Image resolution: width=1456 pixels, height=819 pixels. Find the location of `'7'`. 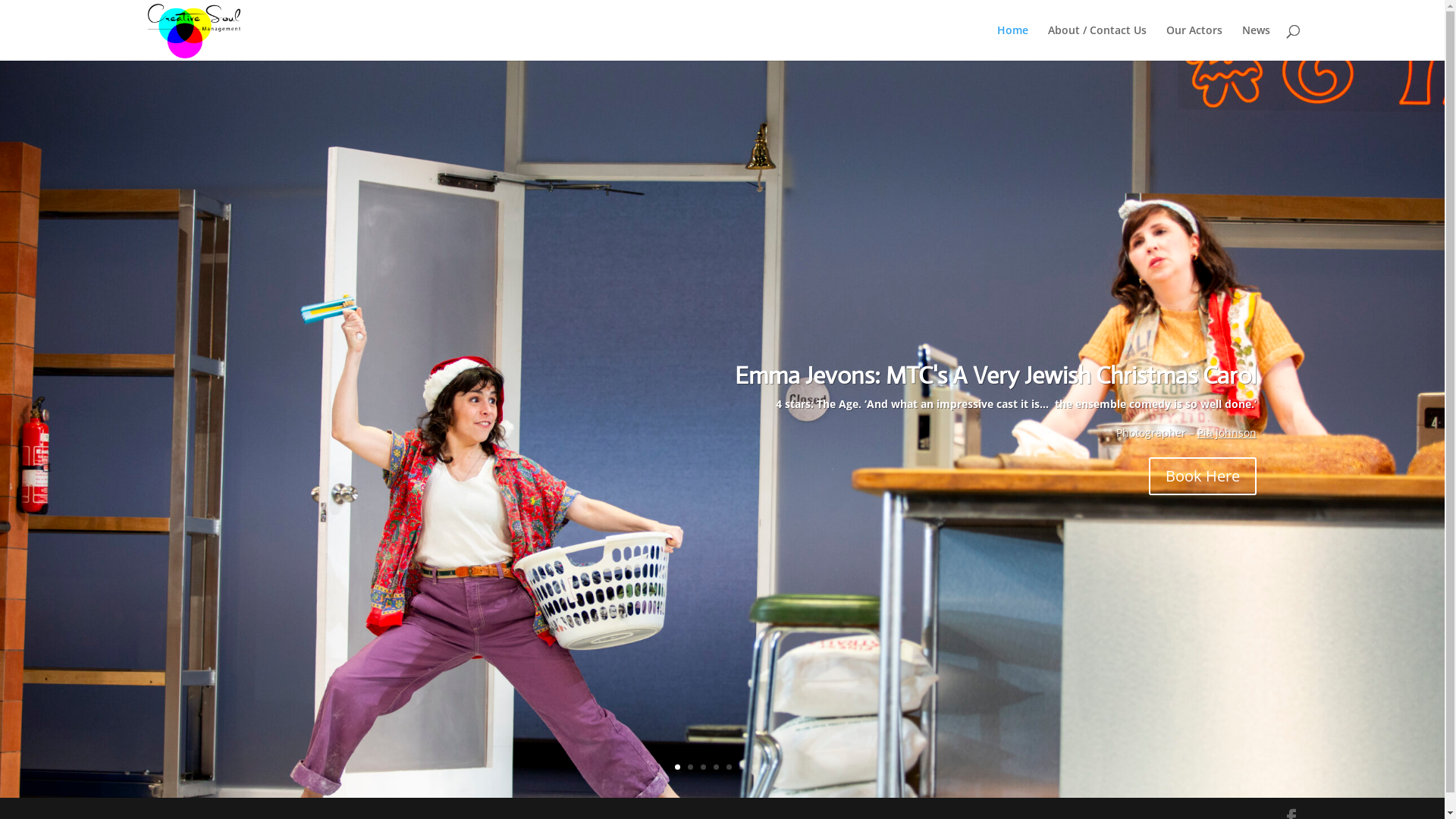

'7' is located at coordinates (752, 767).